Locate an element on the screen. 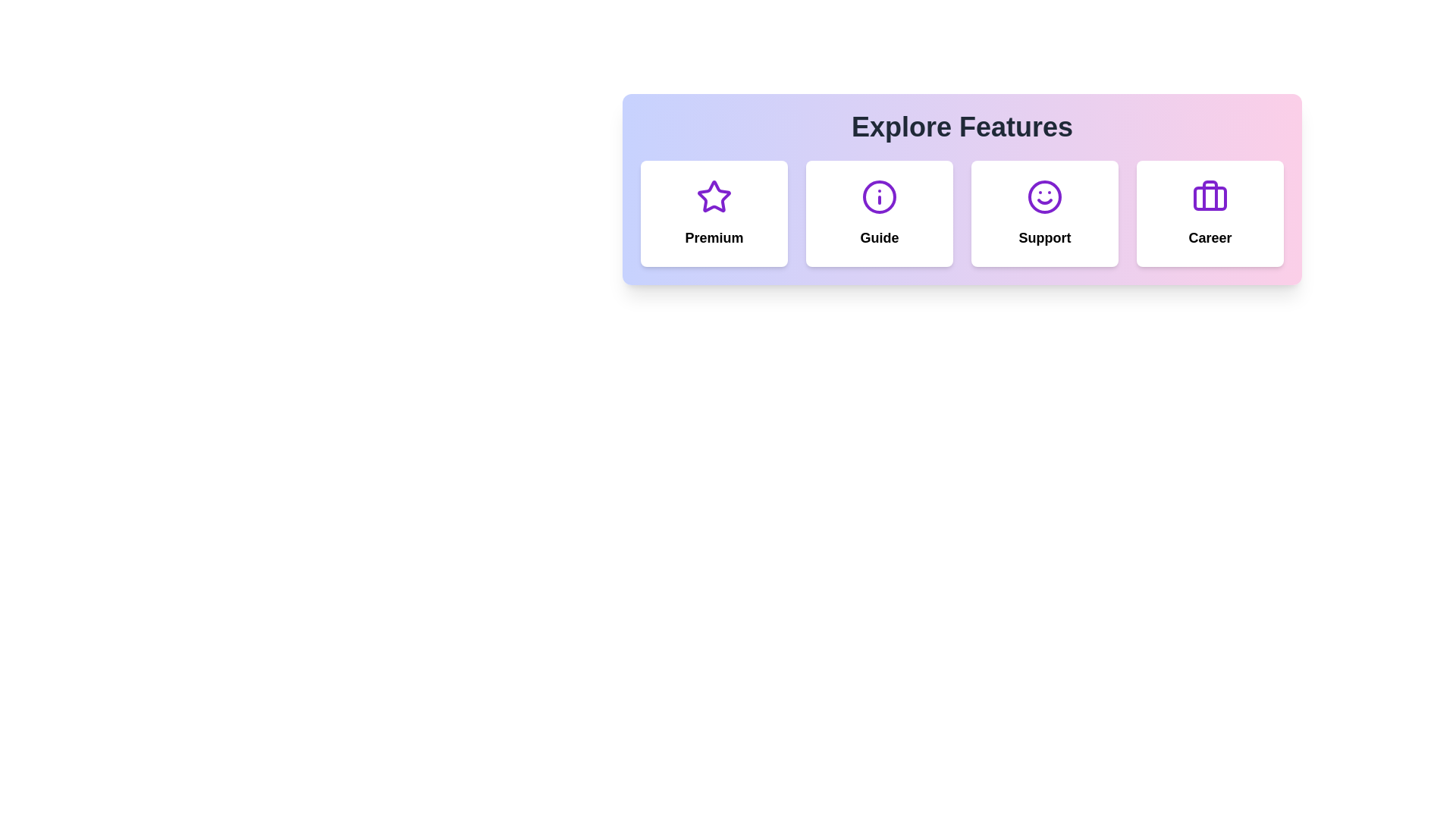 Image resolution: width=1456 pixels, height=819 pixels. the premium feature icon located on the far left of the four similar cards in the 'Explore Features' section is located at coordinates (713, 196).